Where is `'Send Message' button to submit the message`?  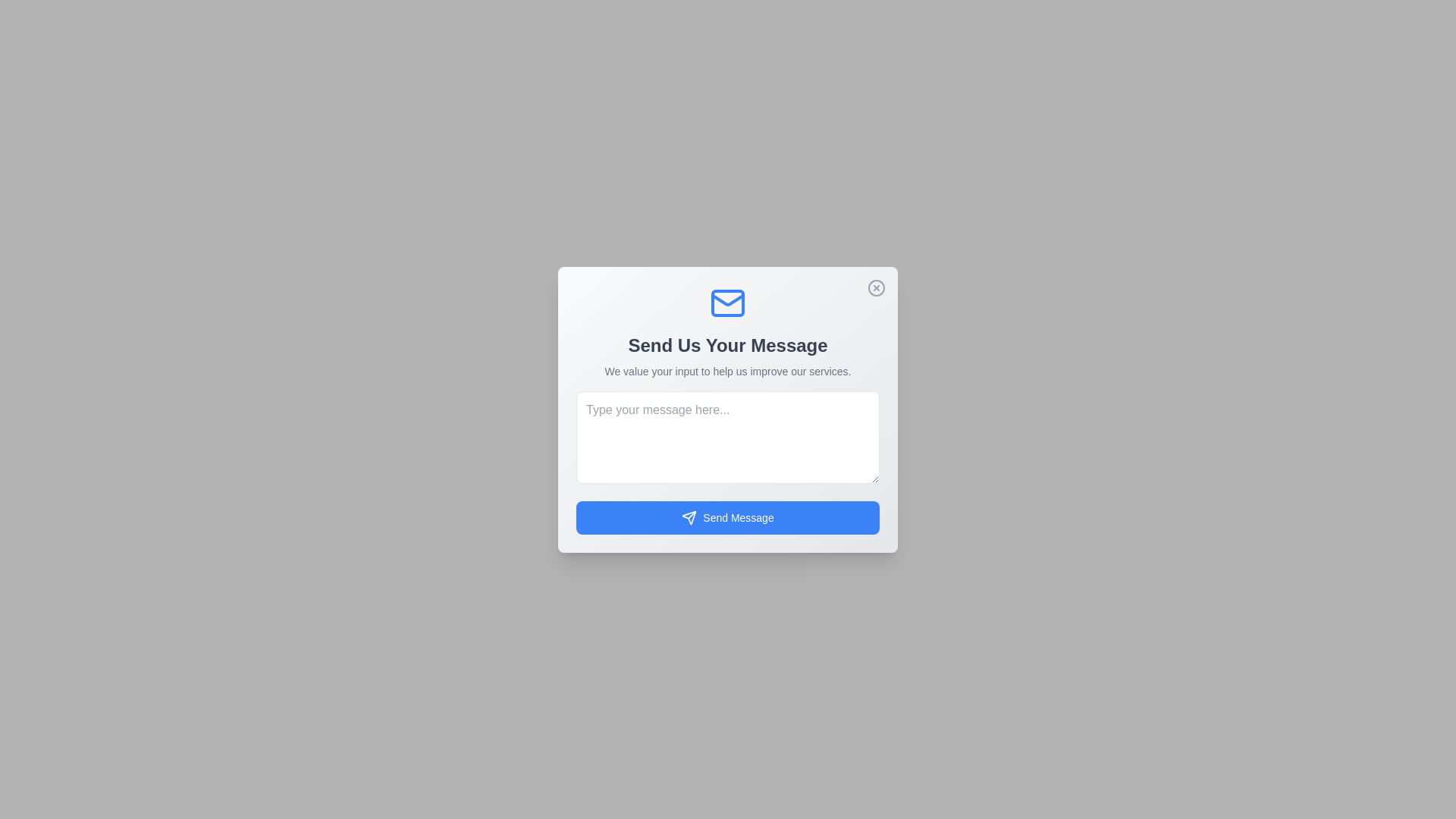
'Send Message' button to submit the message is located at coordinates (728, 516).